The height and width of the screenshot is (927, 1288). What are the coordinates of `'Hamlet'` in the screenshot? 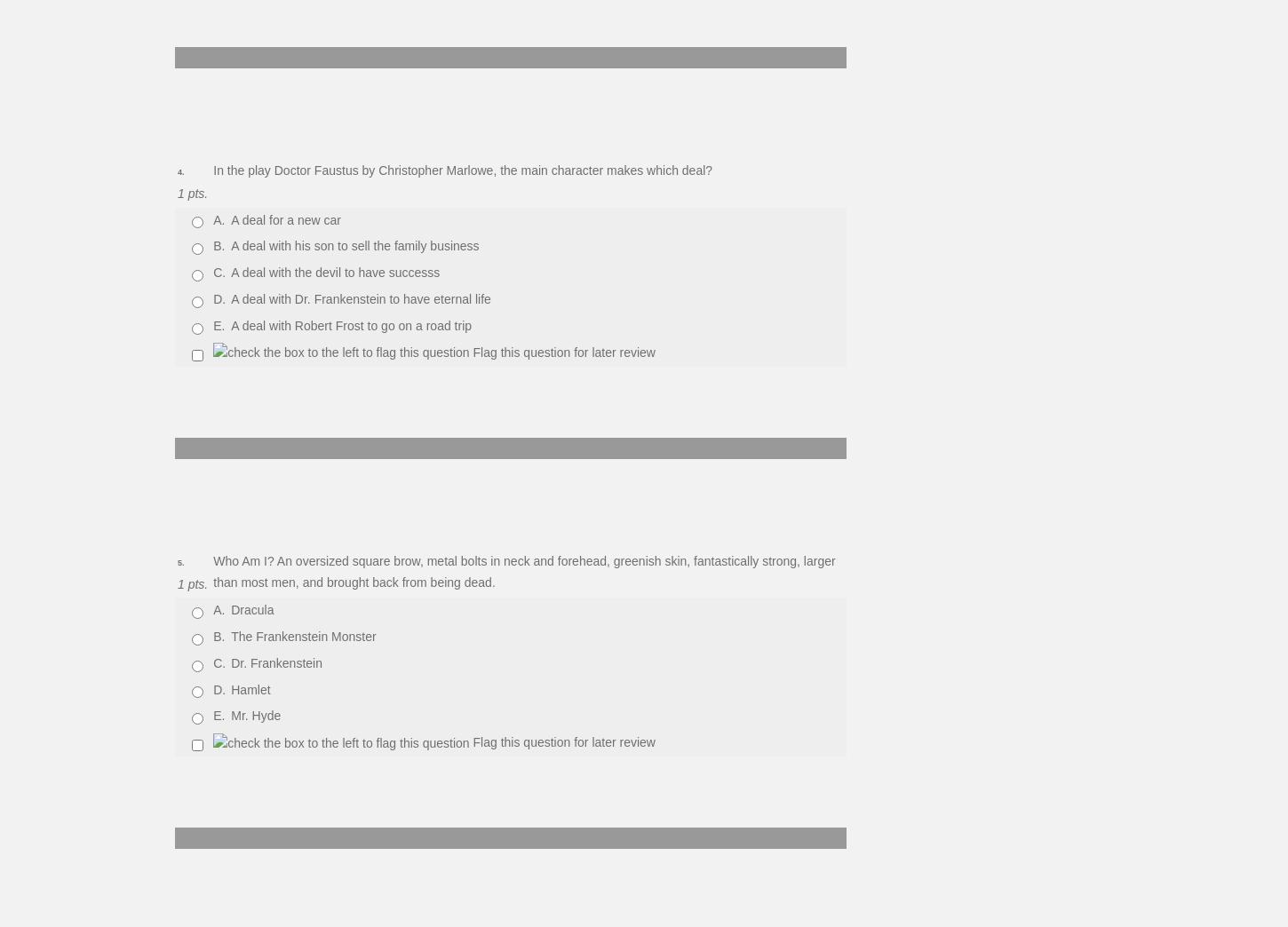 It's located at (250, 689).